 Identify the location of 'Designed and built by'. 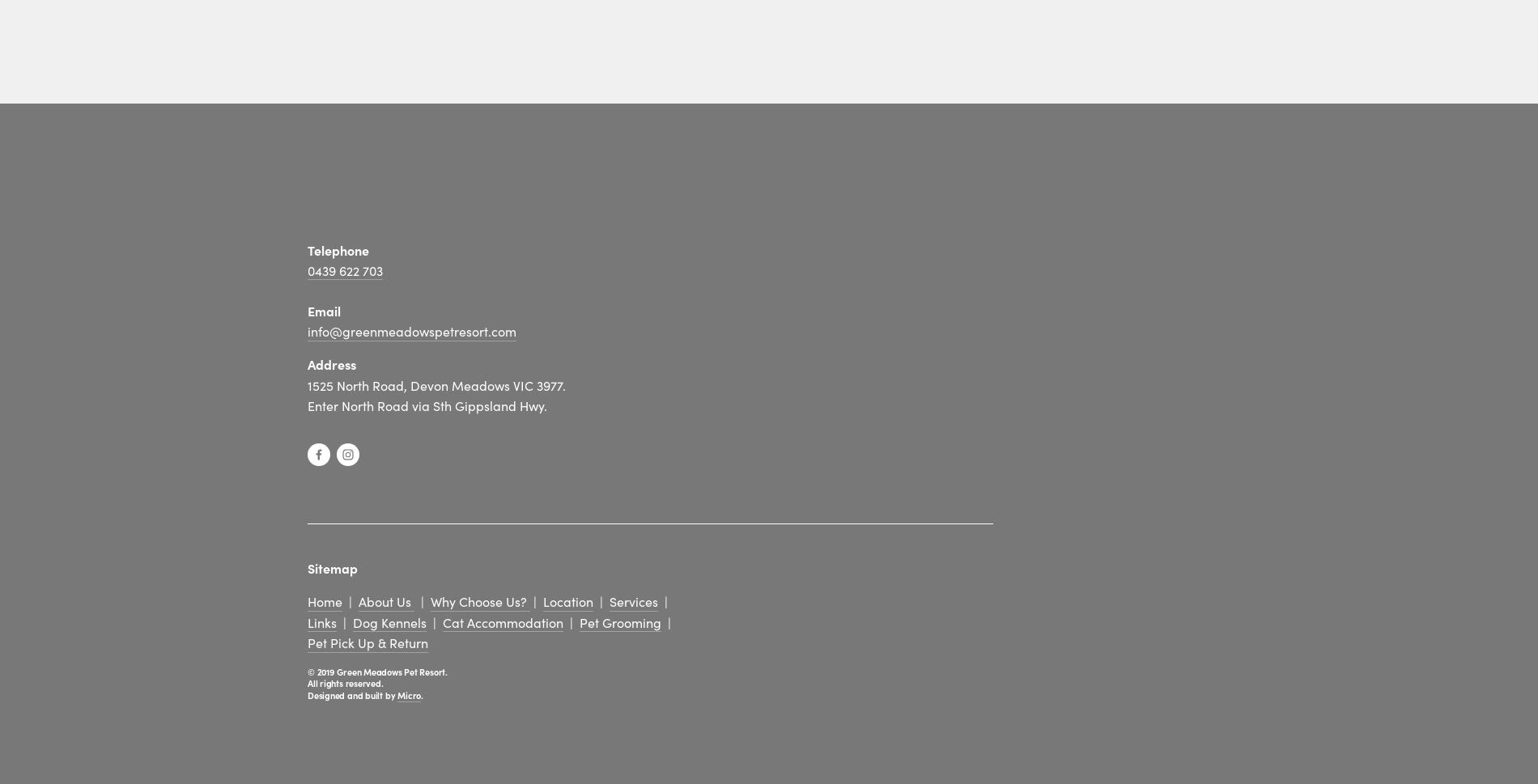
(351, 693).